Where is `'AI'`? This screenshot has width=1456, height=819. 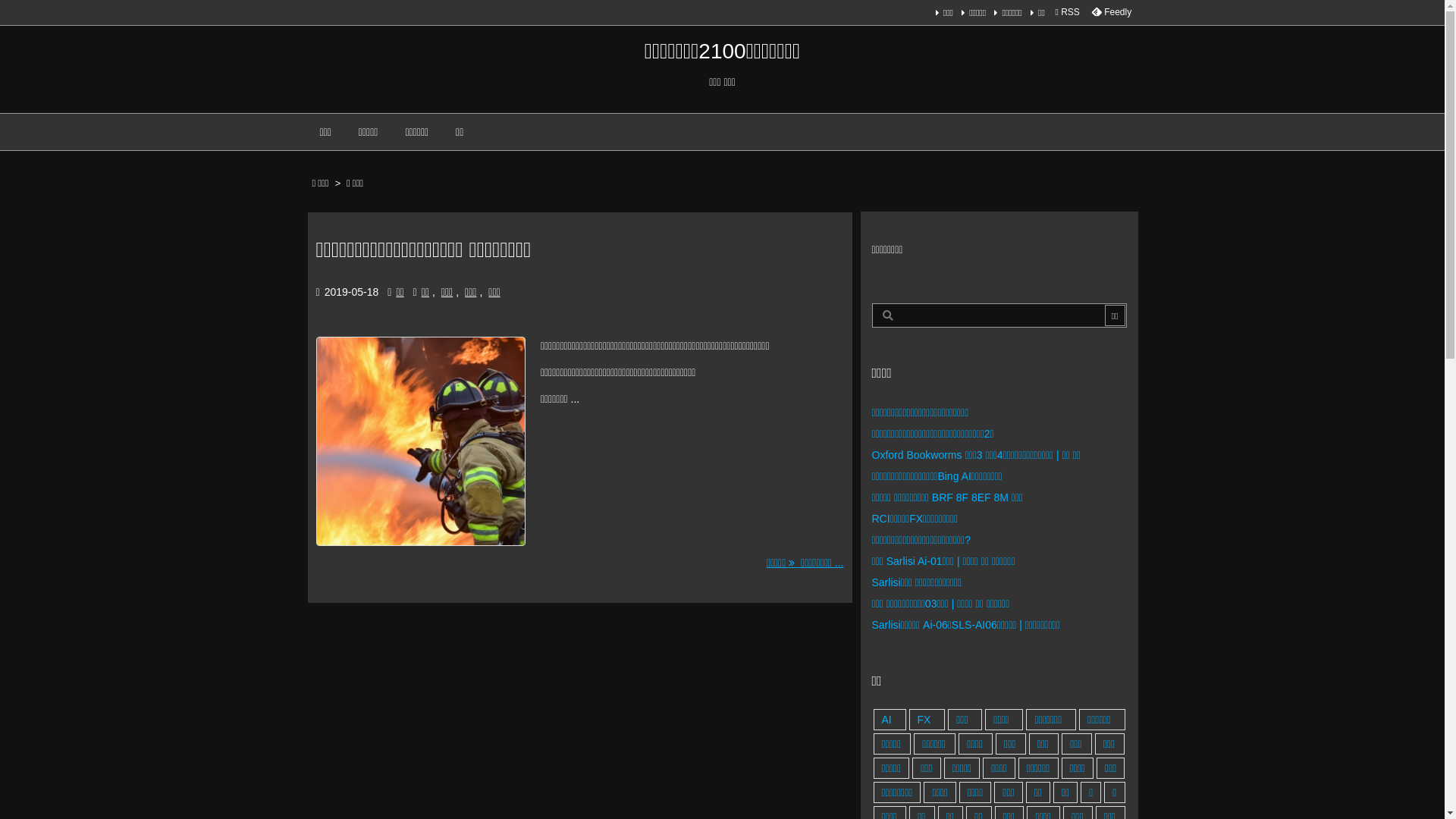 'AI' is located at coordinates (890, 718).